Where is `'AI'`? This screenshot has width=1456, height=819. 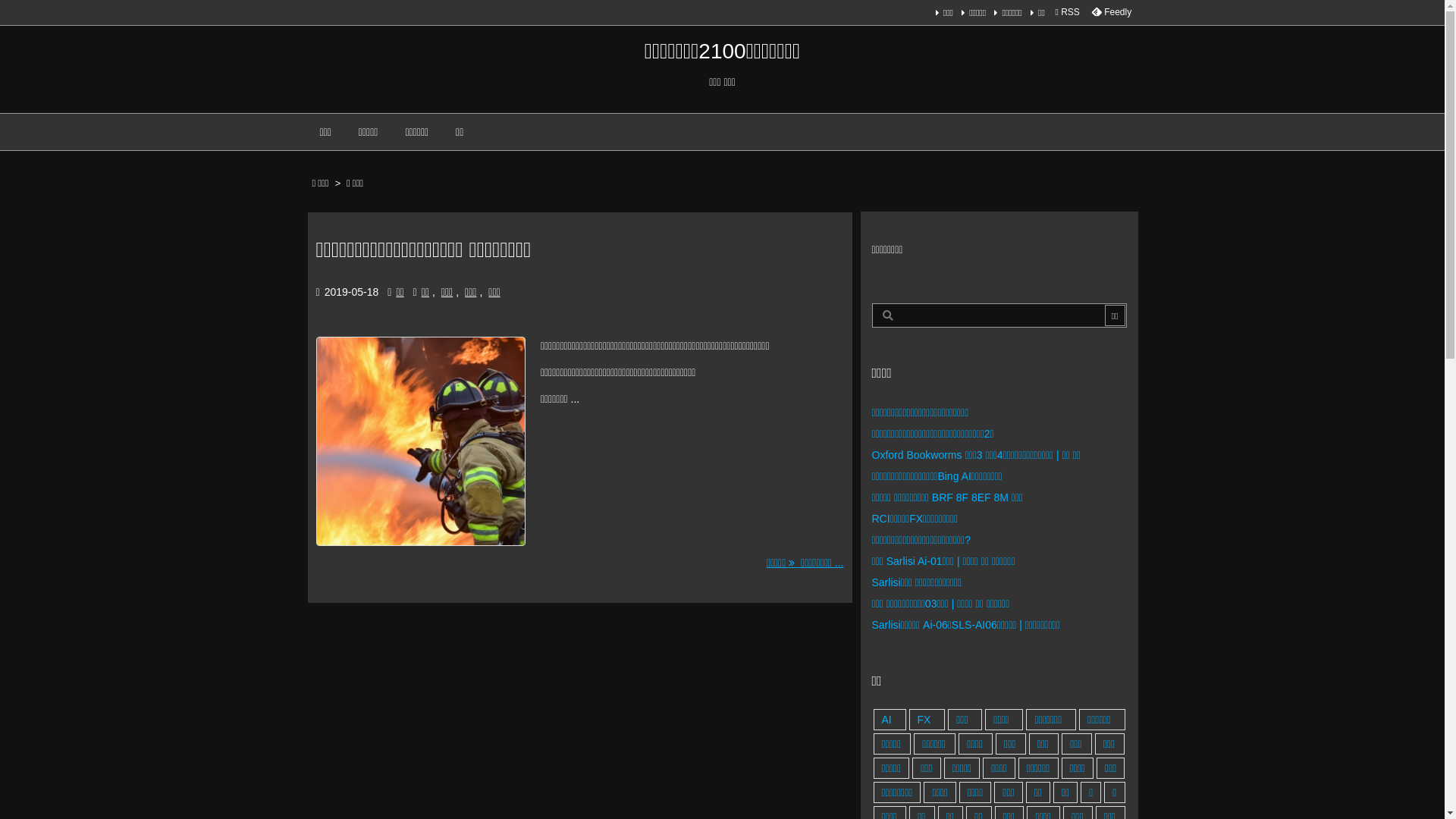 'AI' is located at coordinates (890, 718).